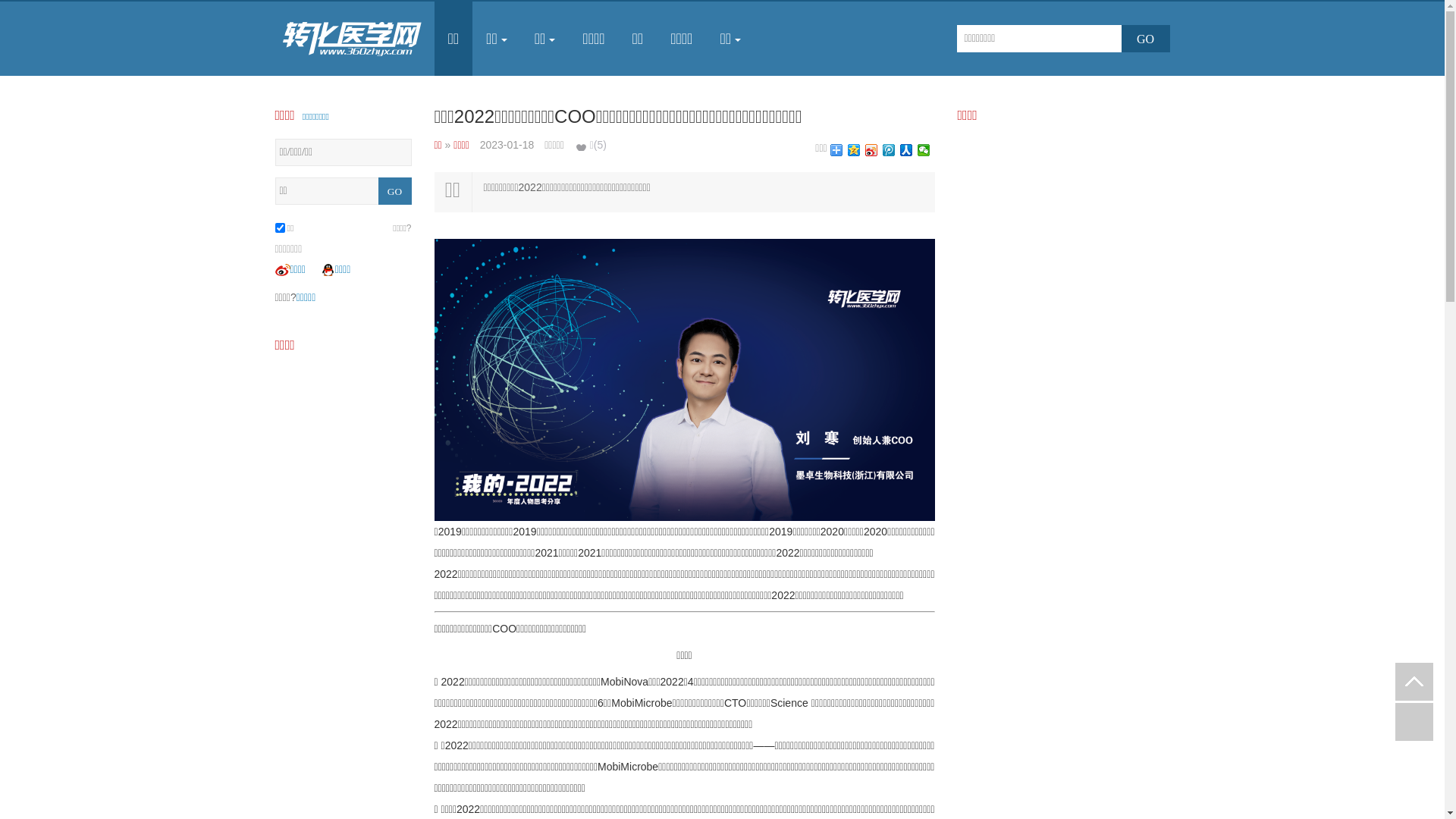 Image resolution: width=1456 pixels, height=819 pixels. Describe the element at coordinates (1145, 37) in the screenshot. I see `'GO'` at that location.